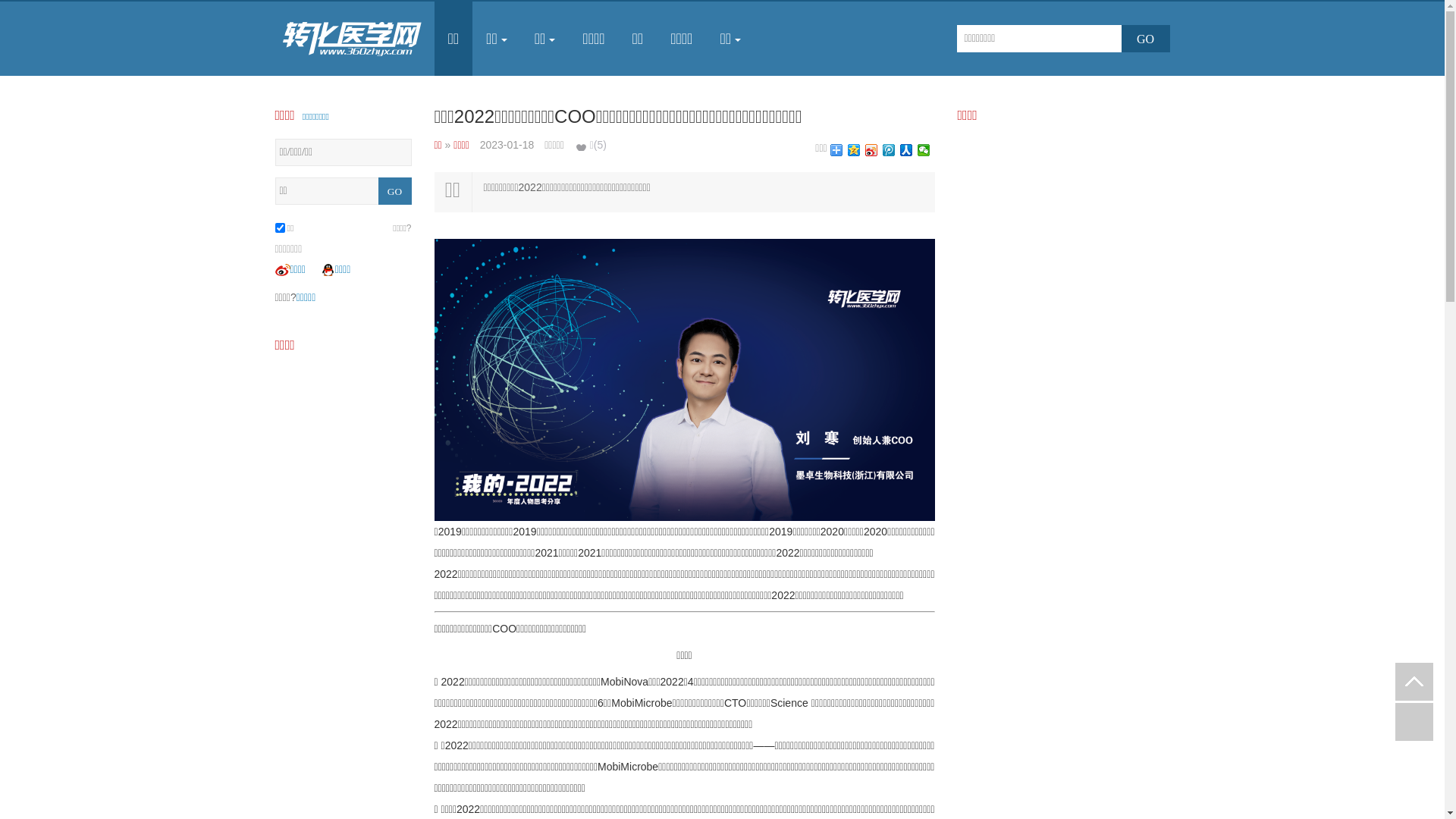 Image resolution: width=1456 pixels, height=819 pixels. Describe the element at coordinates (1145, 37) in the screenshot. I see `'GO'` at that location.